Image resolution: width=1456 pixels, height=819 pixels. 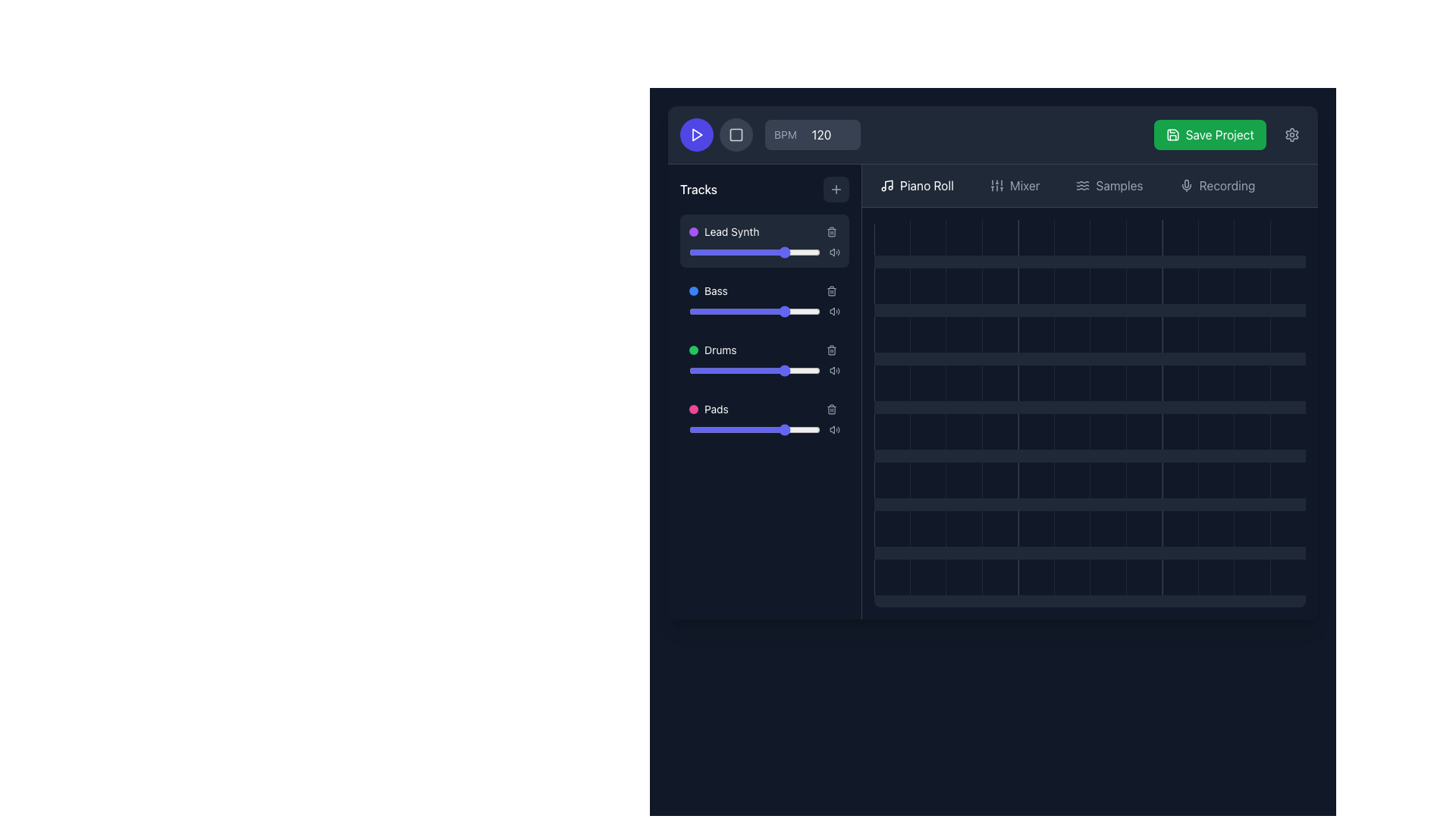 What do you see at coordinates (826, 133) in the screenshot?
I see `the Number input field displaying '120' located within the 'BPM' section of the UI` at bounding box center [826, 133].